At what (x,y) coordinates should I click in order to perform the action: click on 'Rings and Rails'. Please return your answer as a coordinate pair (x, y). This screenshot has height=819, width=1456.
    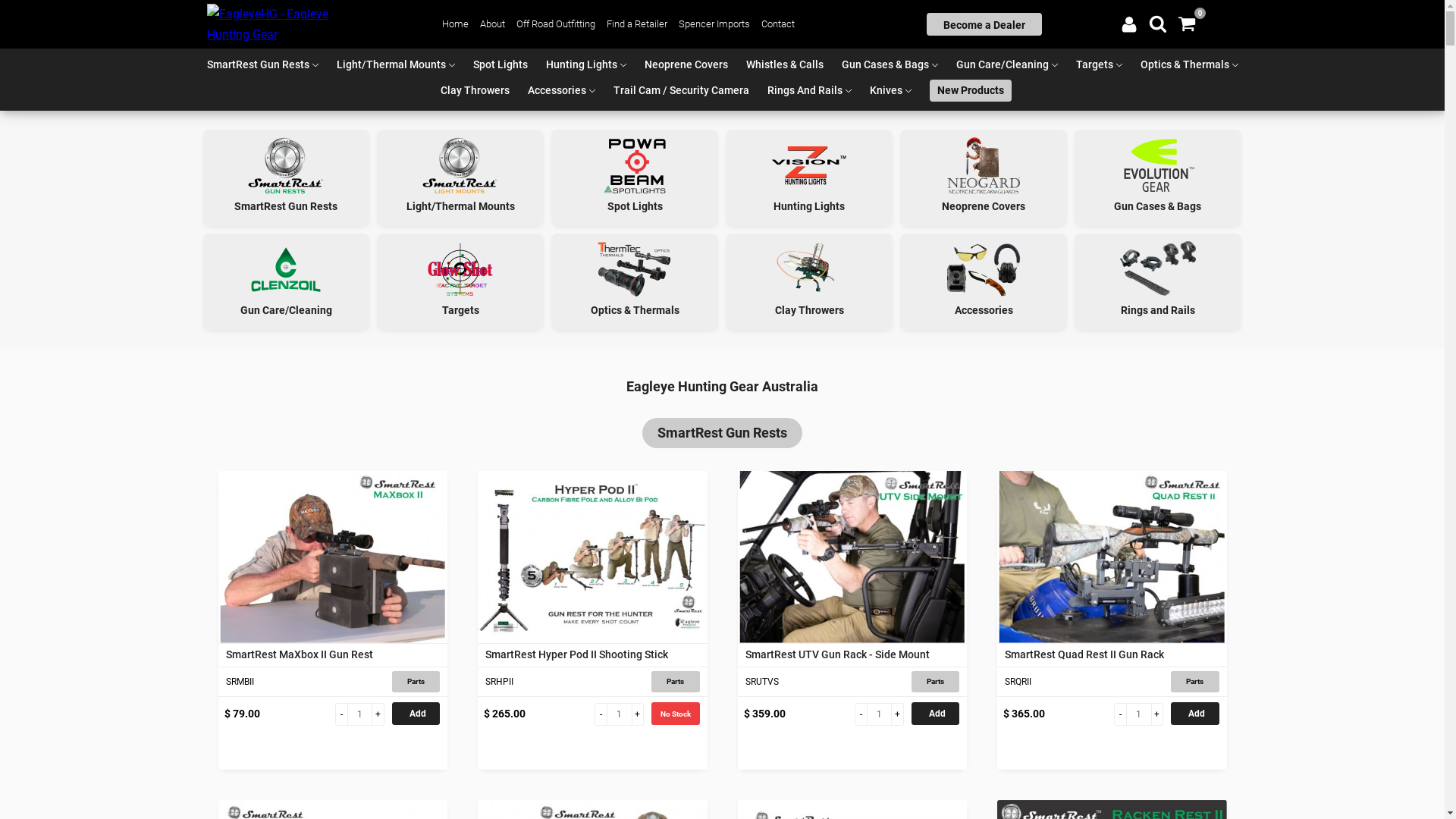
    Looking at the image, I should click on (1156, 281).